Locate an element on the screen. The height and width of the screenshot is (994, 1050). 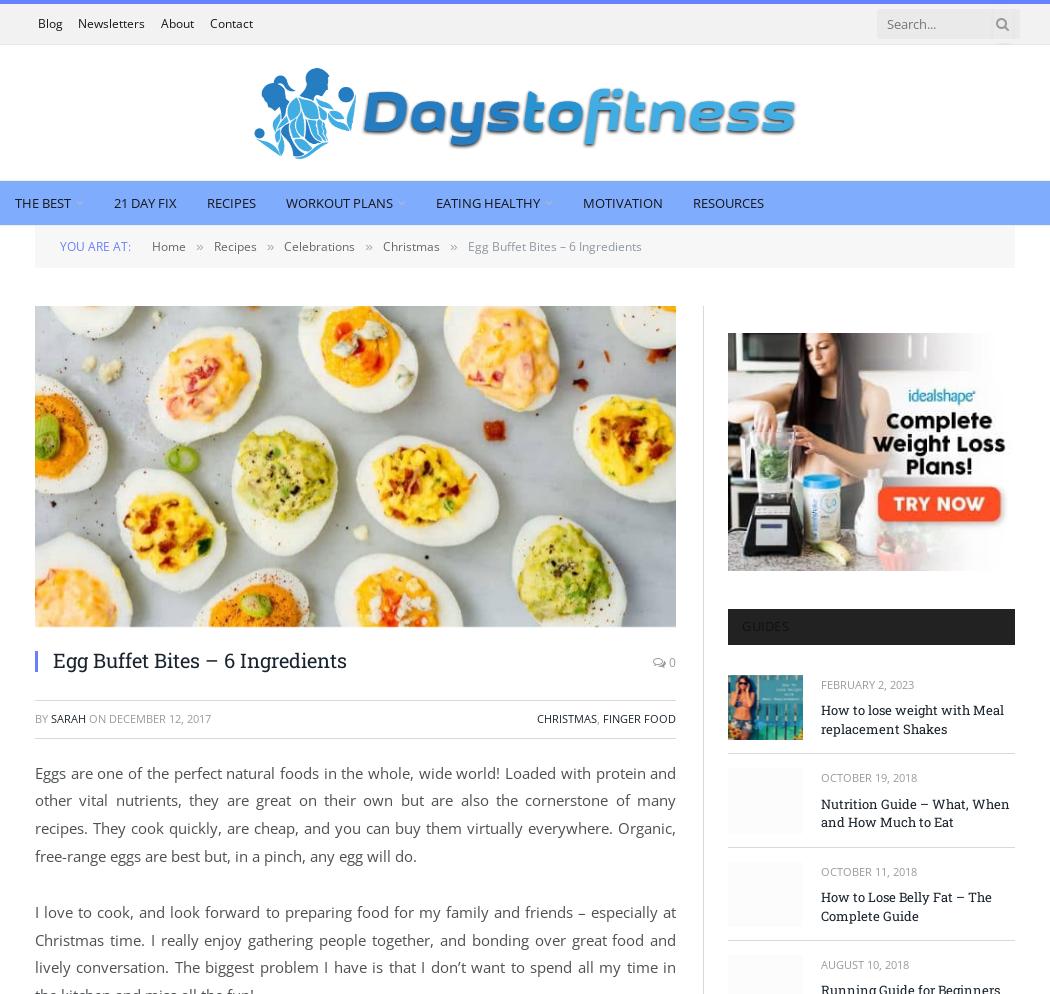
'Finger Food' is located at coordinates (638, 718).